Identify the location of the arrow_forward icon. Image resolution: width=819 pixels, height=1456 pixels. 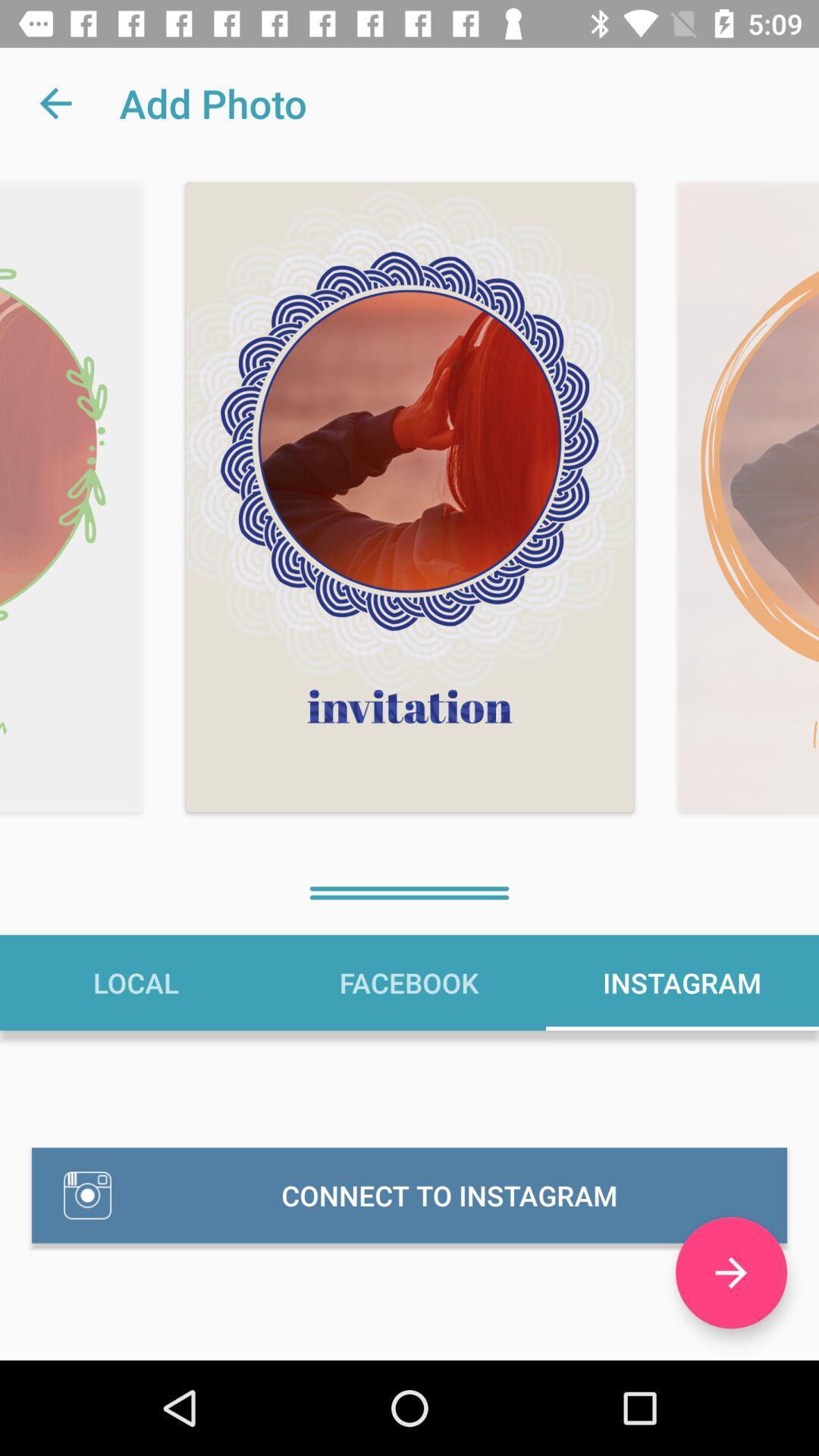
(730, 1272).